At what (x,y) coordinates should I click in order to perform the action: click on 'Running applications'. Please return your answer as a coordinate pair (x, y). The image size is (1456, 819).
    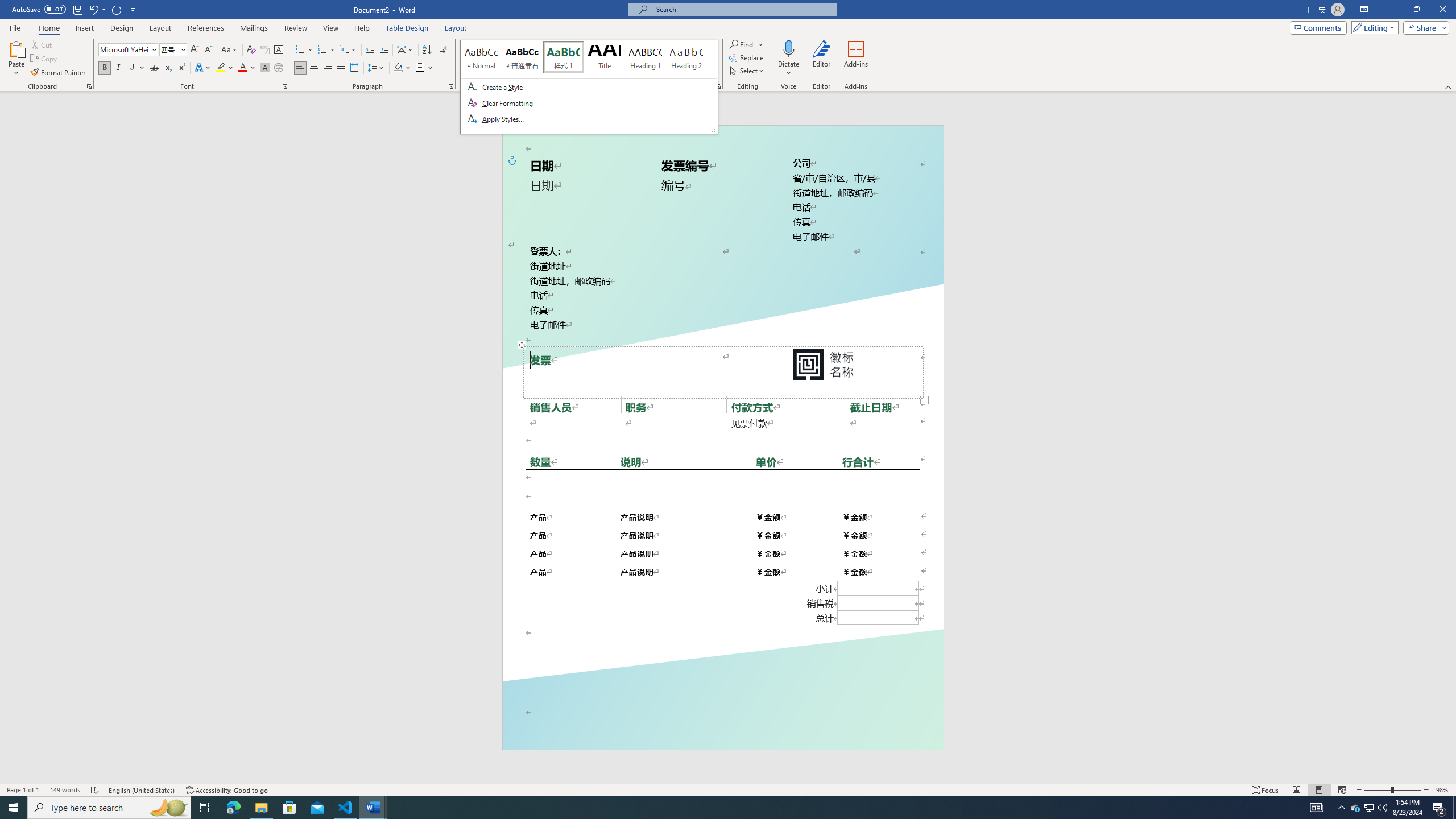
    Looking at the image, I should click on (717, 806).